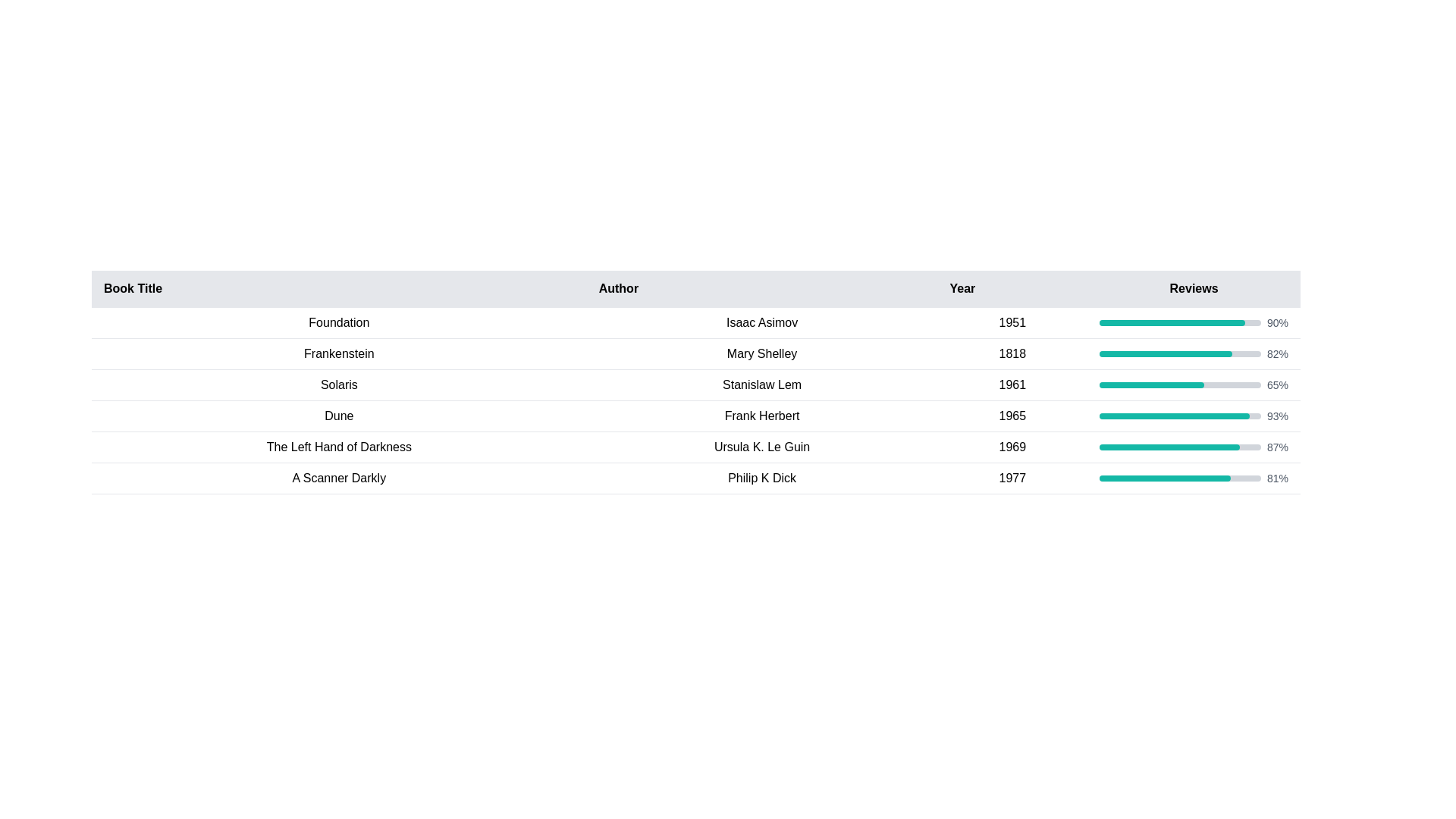  I want to click on the progress bar indicating 87% completion for the book 'The Left Hand of Darkness' by Ursula K. Le Guin in the Reviews column, so click(1193, 447).